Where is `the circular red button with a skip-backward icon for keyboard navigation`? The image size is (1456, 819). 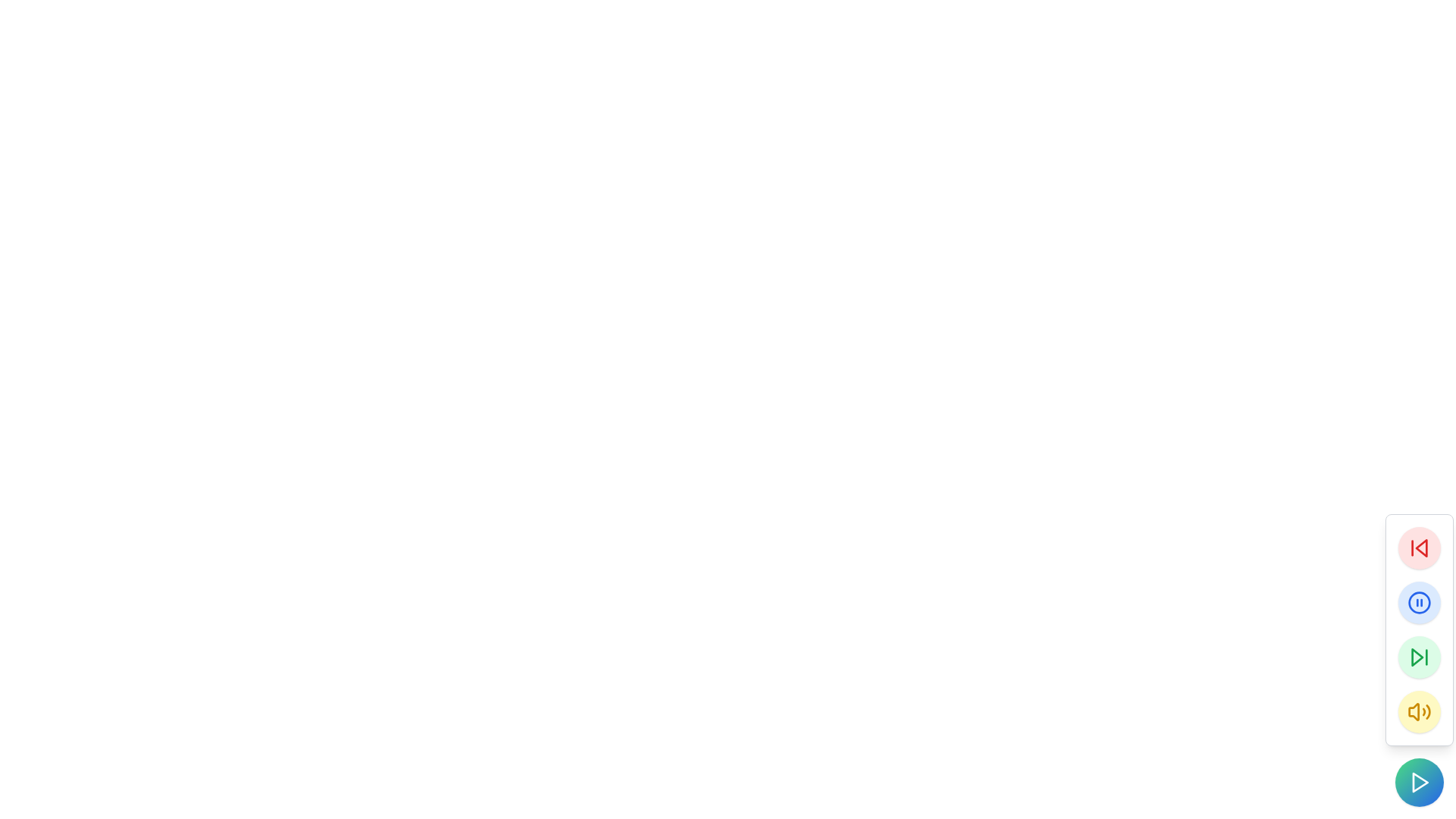
the circular red button with a skip-backward icon for keyboard navigation is located at coordinates (1419, 548).